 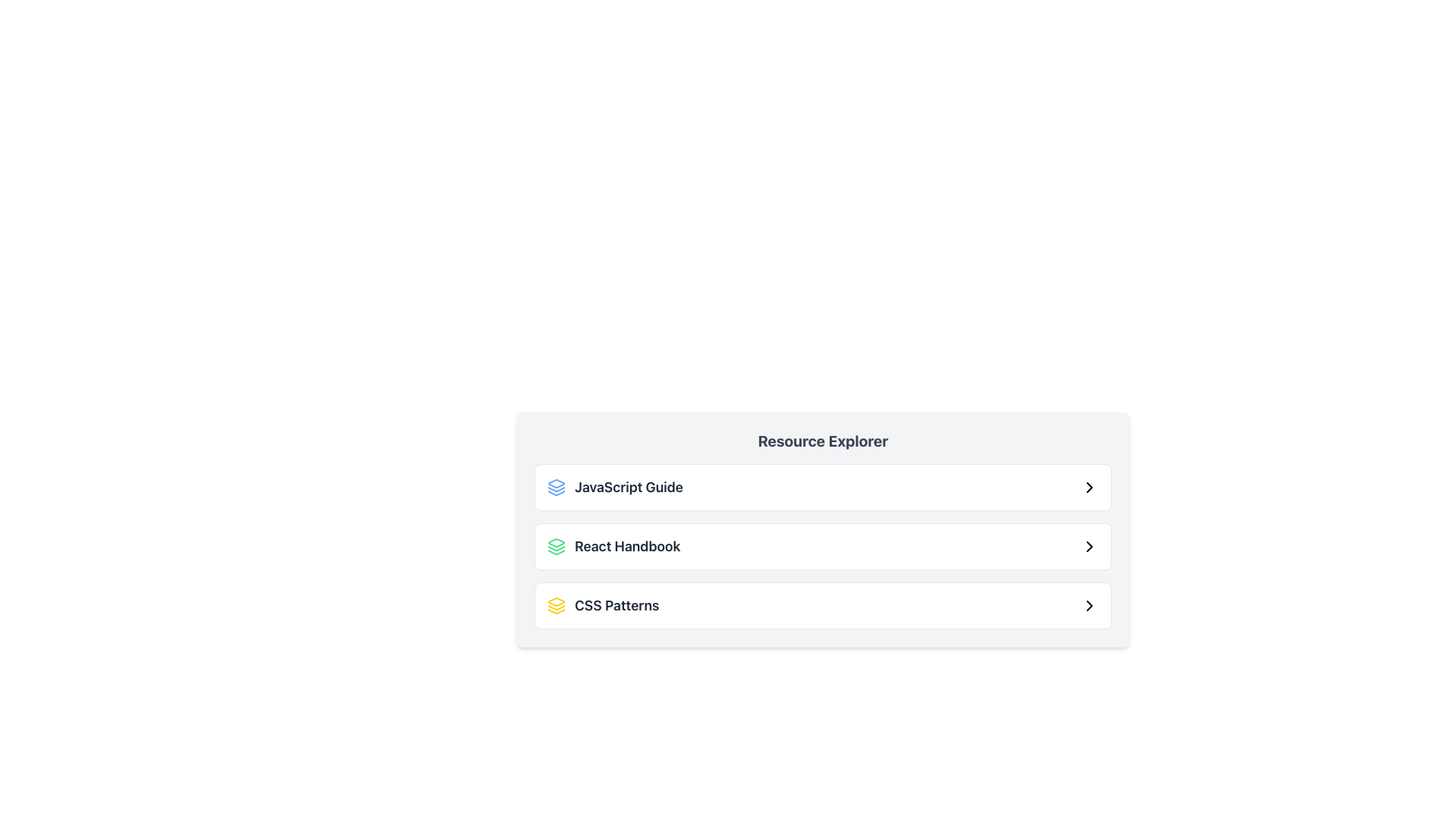 I want to click on the yellow icon representing overlapping layers, which is located in the bottom entry of the 'Resource Explorer' list, to the left of the text 'CSS Patterns', so click(x=556, y=604).